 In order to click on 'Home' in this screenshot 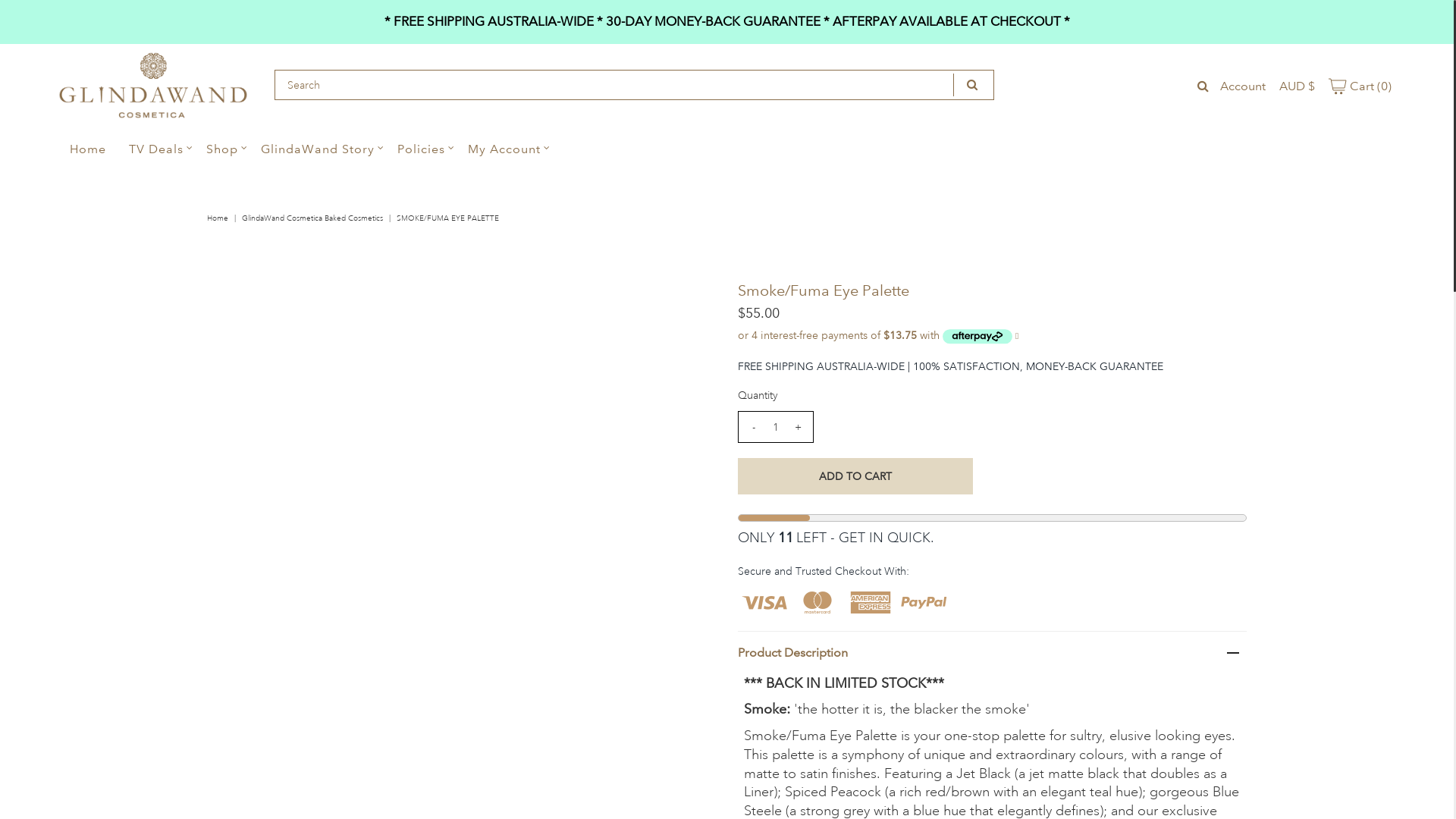, I will do `click(218, 218)`.